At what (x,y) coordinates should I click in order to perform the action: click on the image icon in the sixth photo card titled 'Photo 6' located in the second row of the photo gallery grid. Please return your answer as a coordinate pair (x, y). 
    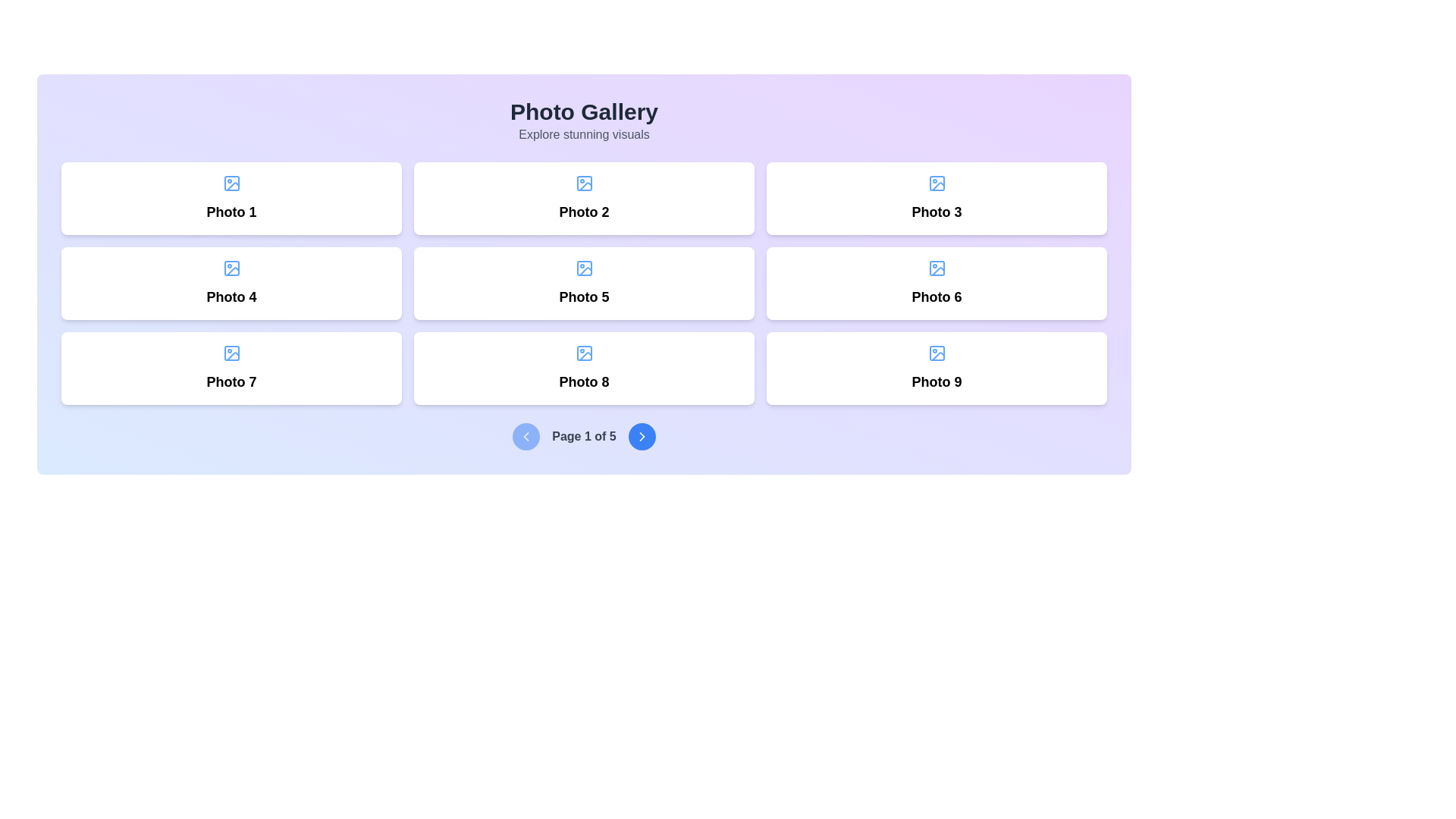
    Looking at the image, I should click on (936, 268).